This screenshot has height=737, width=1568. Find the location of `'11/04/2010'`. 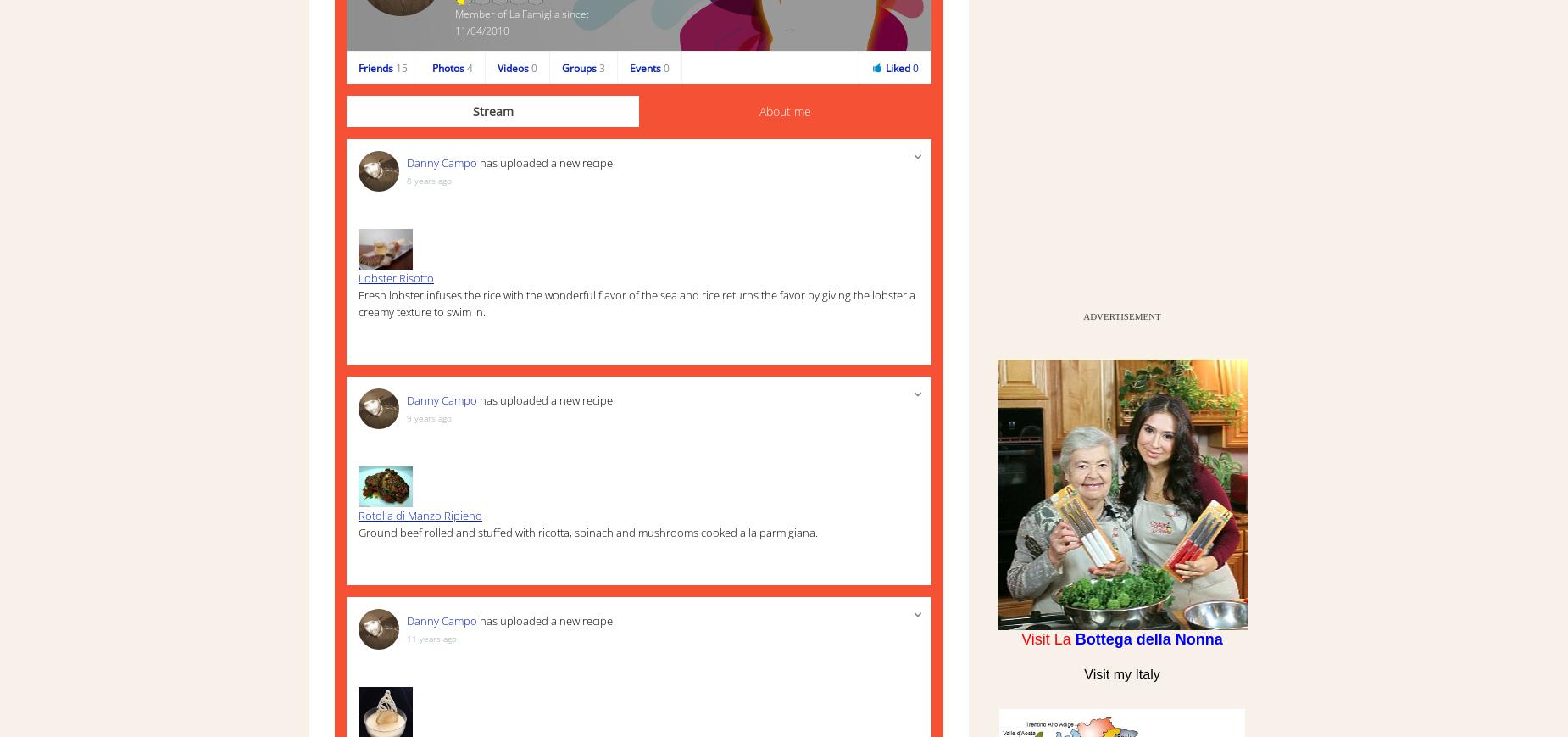

'11/04/2010' is located at coordinates (482, 29).